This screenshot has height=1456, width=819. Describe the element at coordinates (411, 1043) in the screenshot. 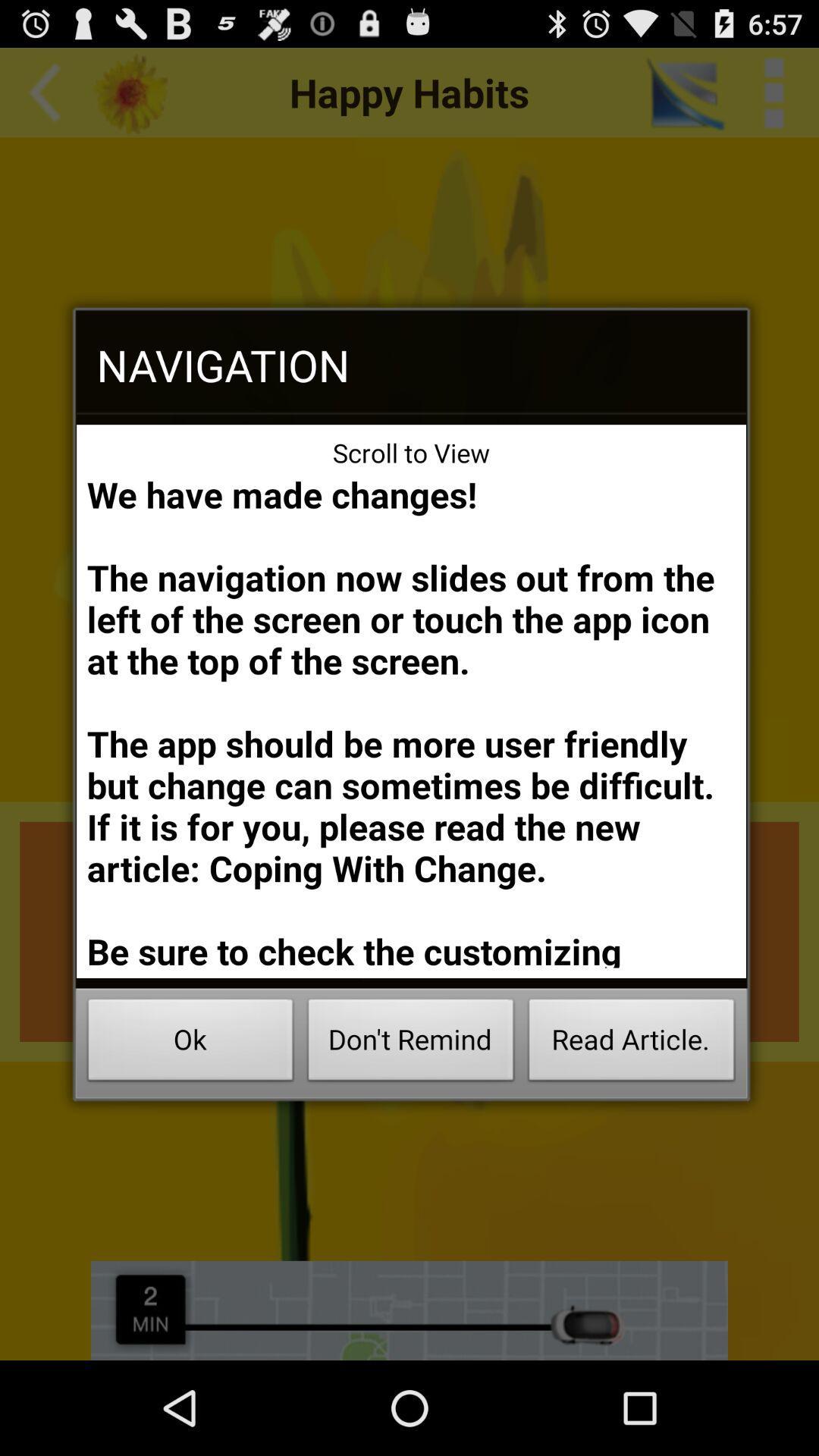

I see `the button next to the ok` at that location.